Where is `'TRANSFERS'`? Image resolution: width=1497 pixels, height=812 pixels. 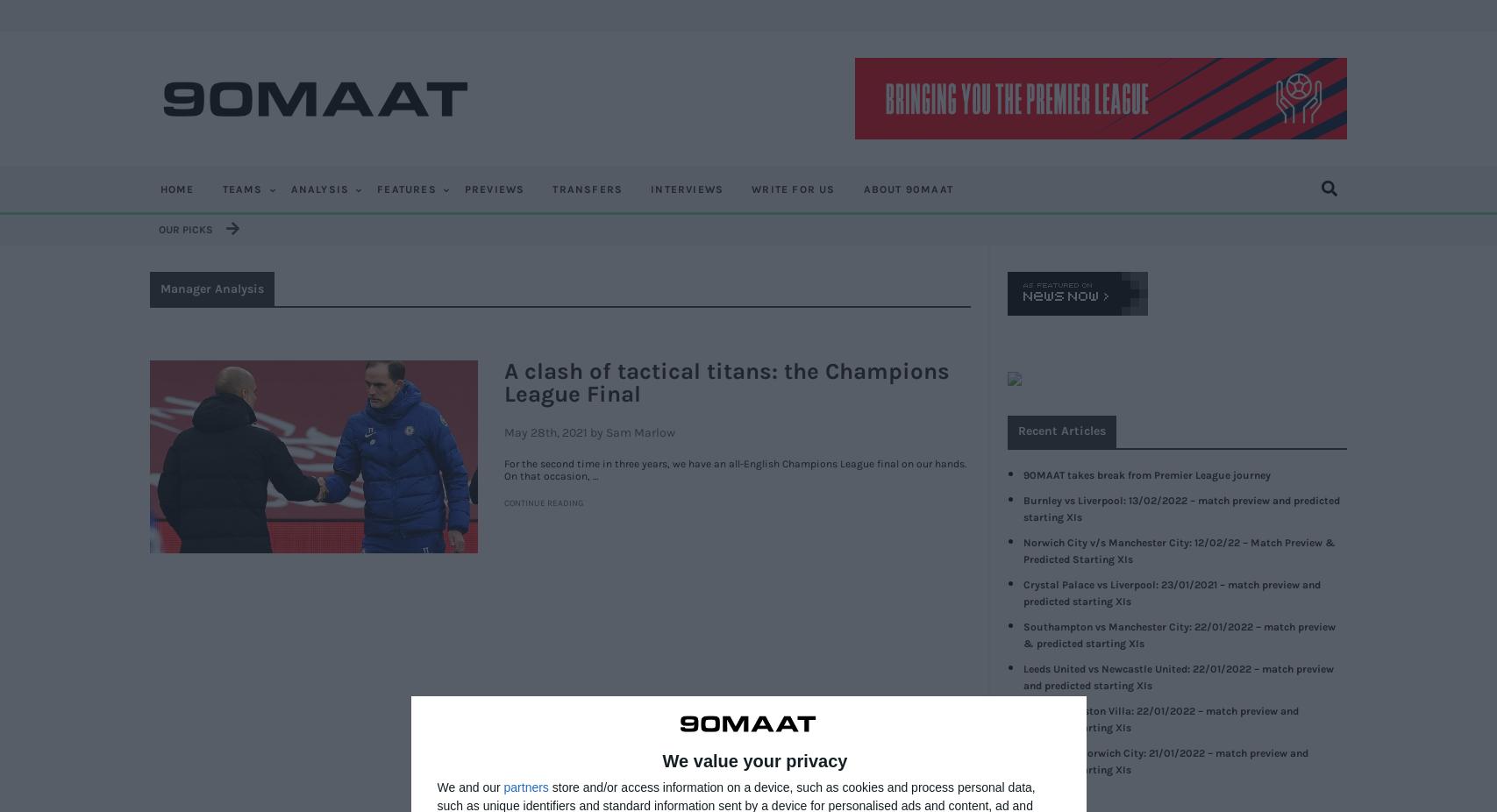 'TRANSFERS' is located at coordinates (587, 189).